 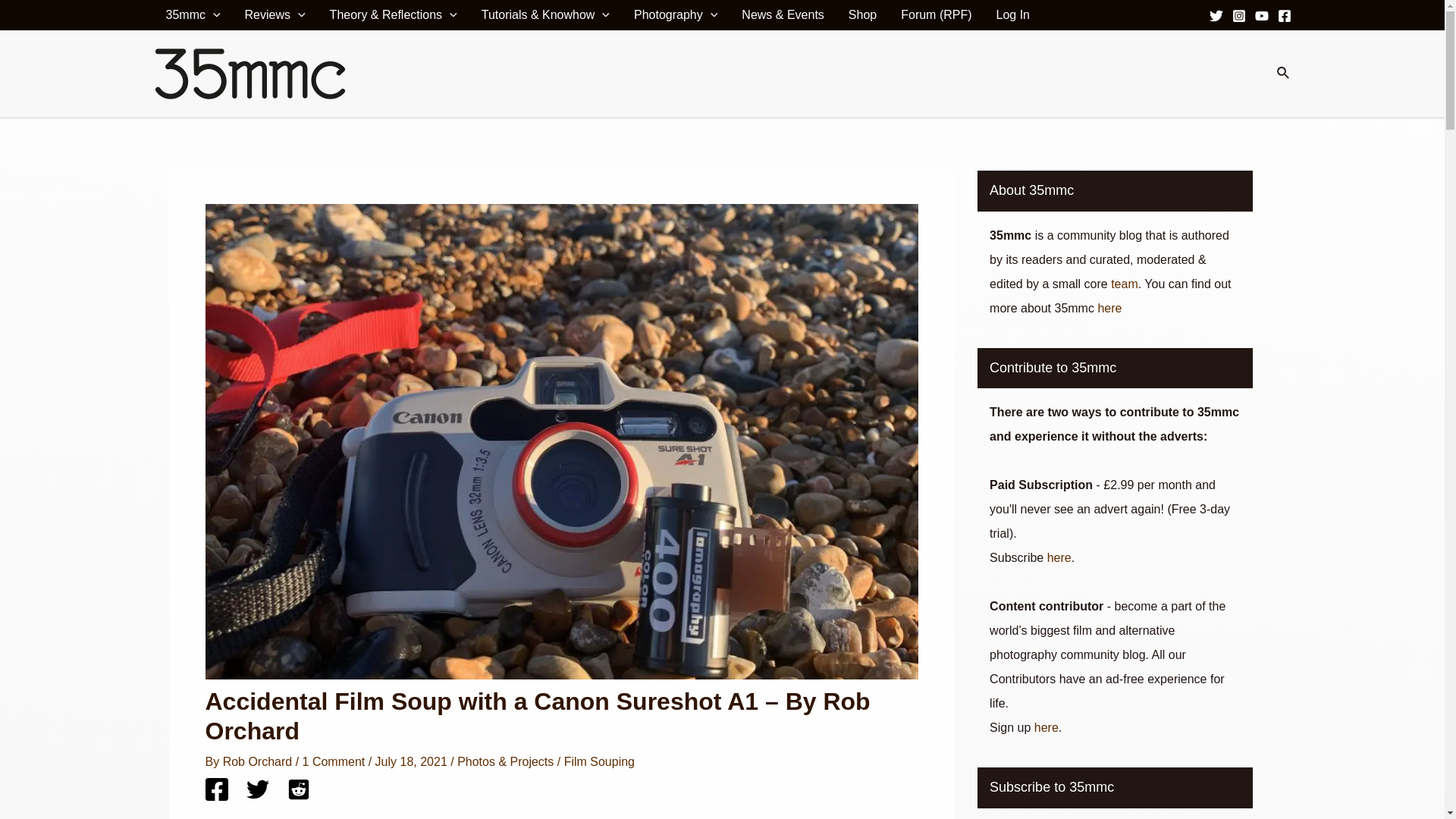 What do you see at coordinates (1033, 726) in the screenshot?
I see `'here'` at bounding box center [1033, 726].